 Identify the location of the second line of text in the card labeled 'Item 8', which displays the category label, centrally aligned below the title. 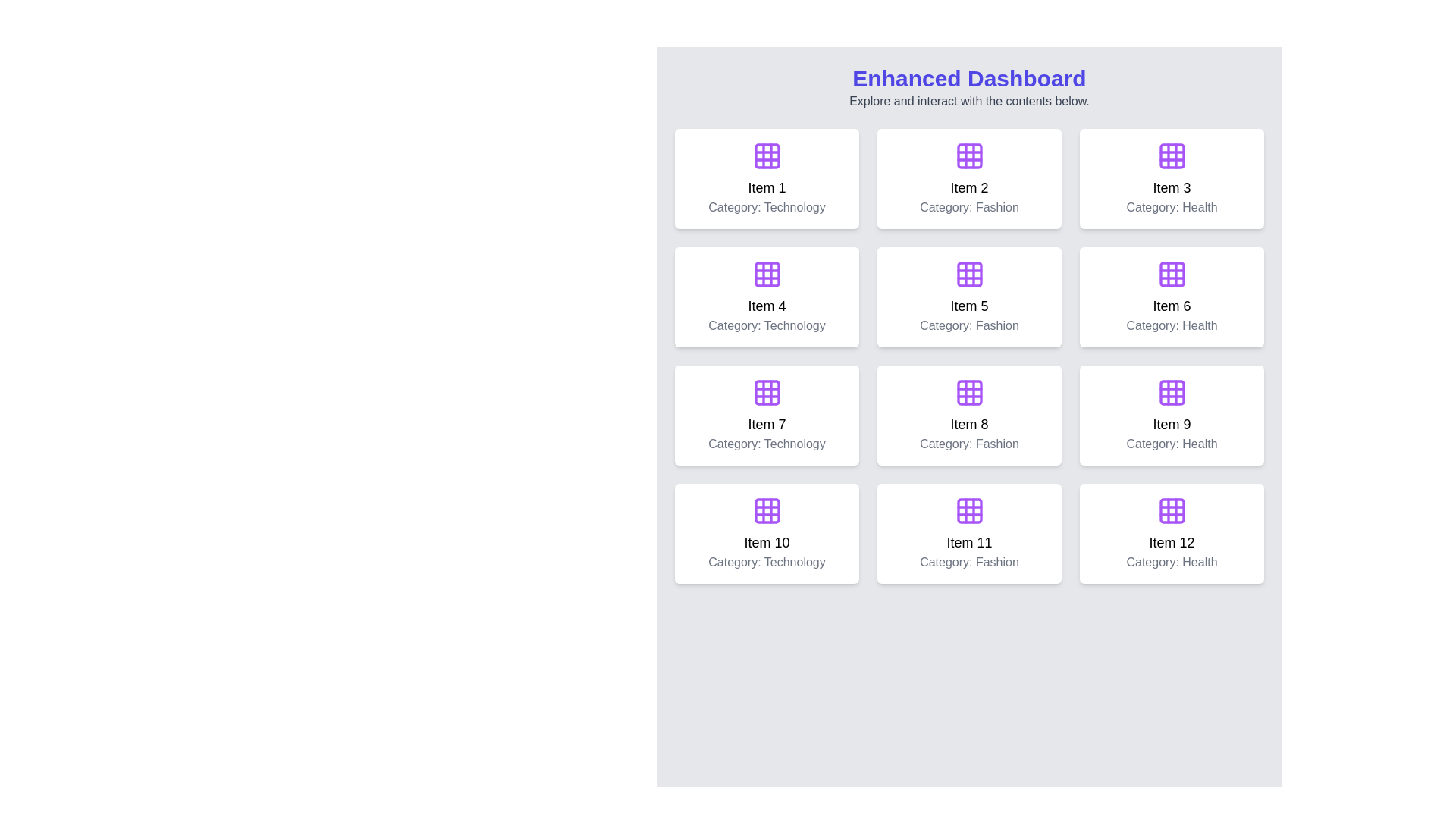
(968, 444).